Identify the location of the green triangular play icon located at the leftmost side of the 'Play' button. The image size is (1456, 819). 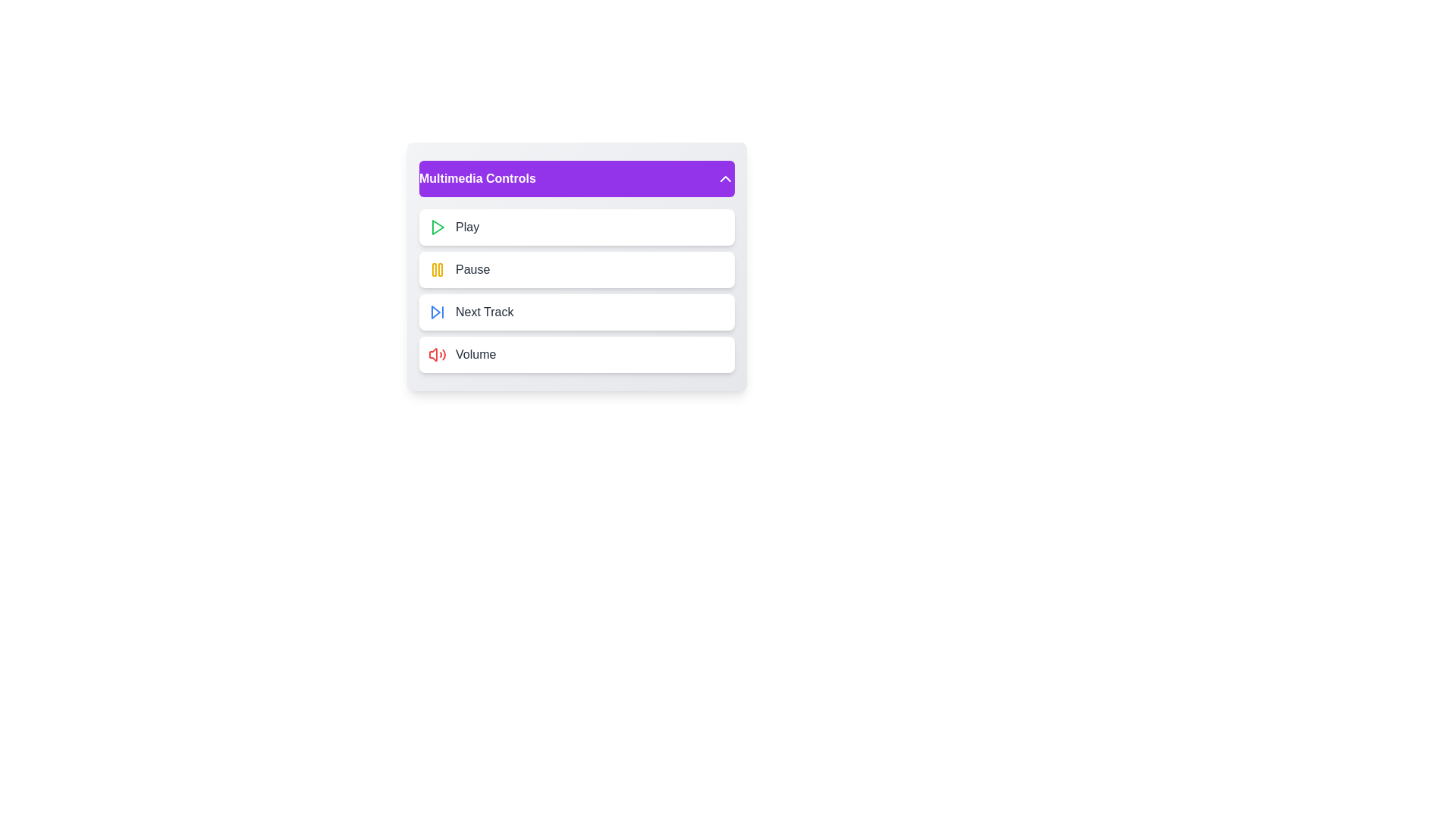
(436, 227).